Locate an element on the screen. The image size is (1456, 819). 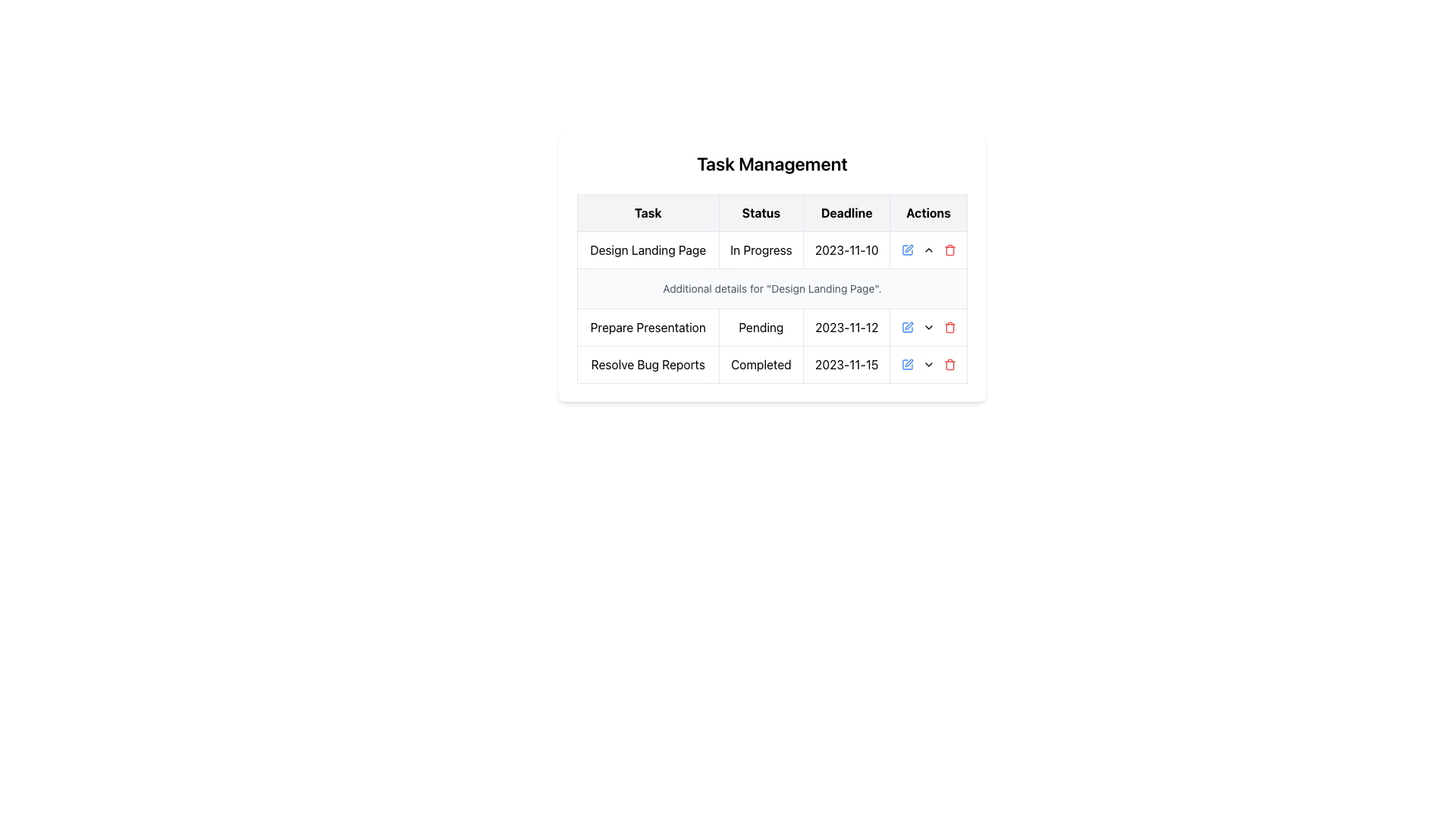
the task entry row displaying 'Resolve Bug Reports', which includes its completion status 'Completed', deadline '2023-11-15', and action icons for editing, completing, or deleting the task is located at coordinates (772, 365).